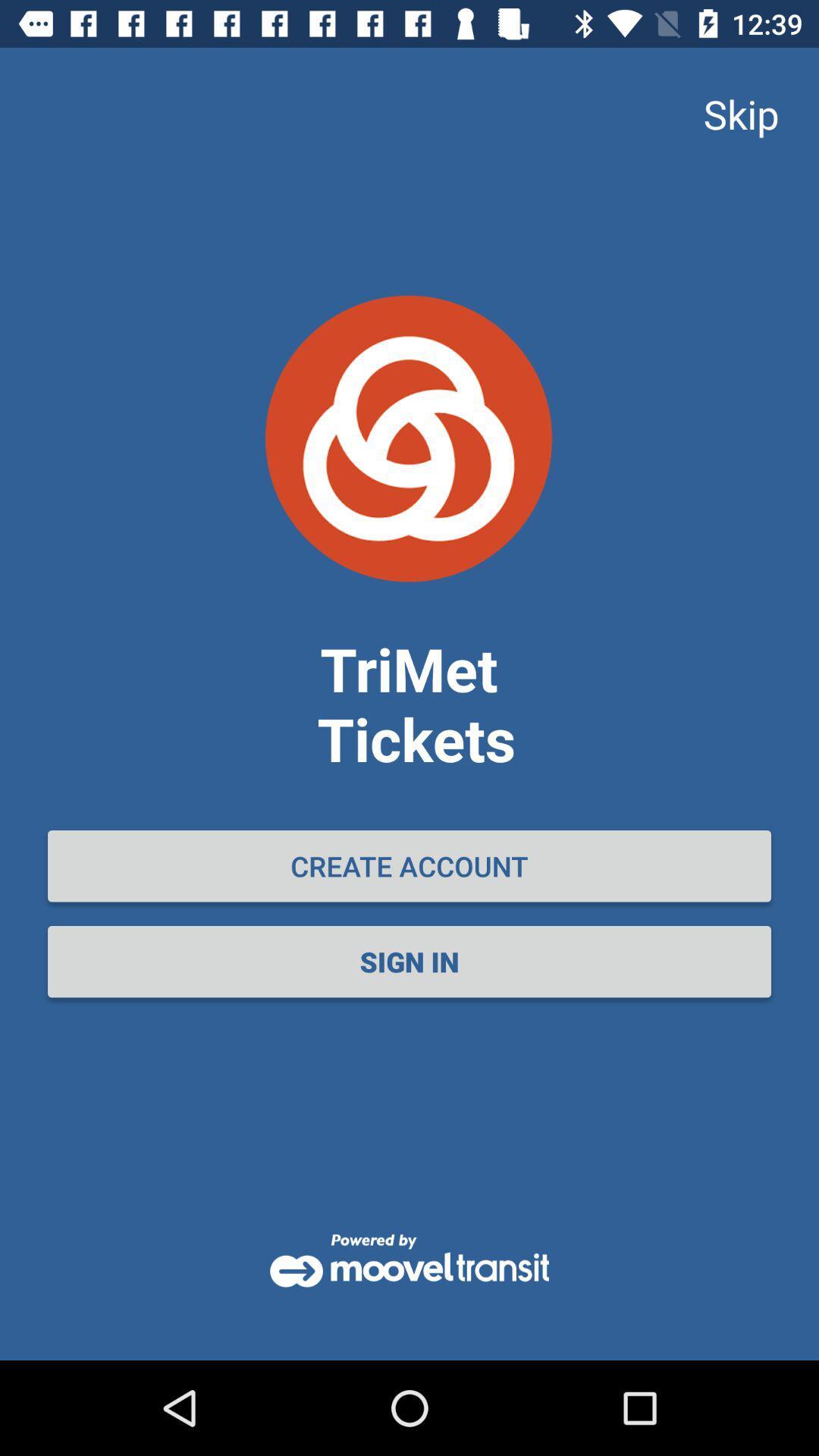 The width and height of the screenshot is (819, 1456). What do you see at coordinates (409, 961) in the screenshot?
I see `the sign in` at bounding box center [409, 961].